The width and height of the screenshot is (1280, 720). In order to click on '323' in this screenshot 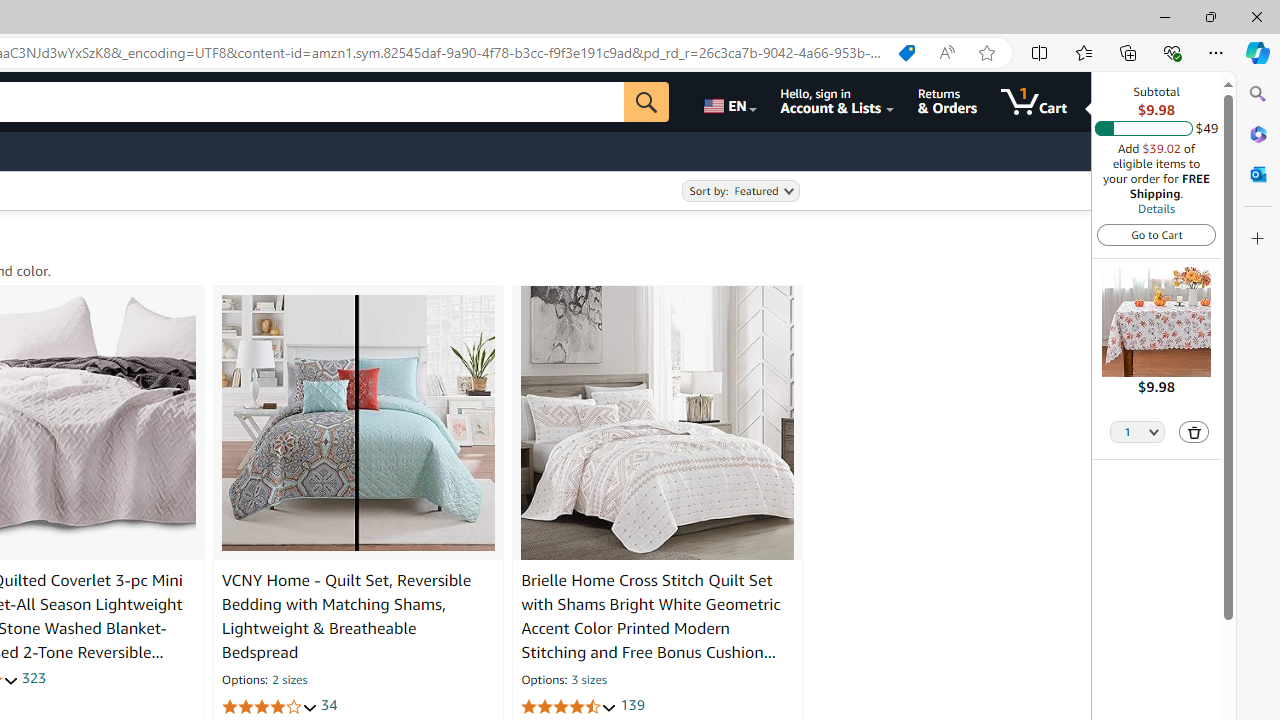, I will do `click(33, 677)`.